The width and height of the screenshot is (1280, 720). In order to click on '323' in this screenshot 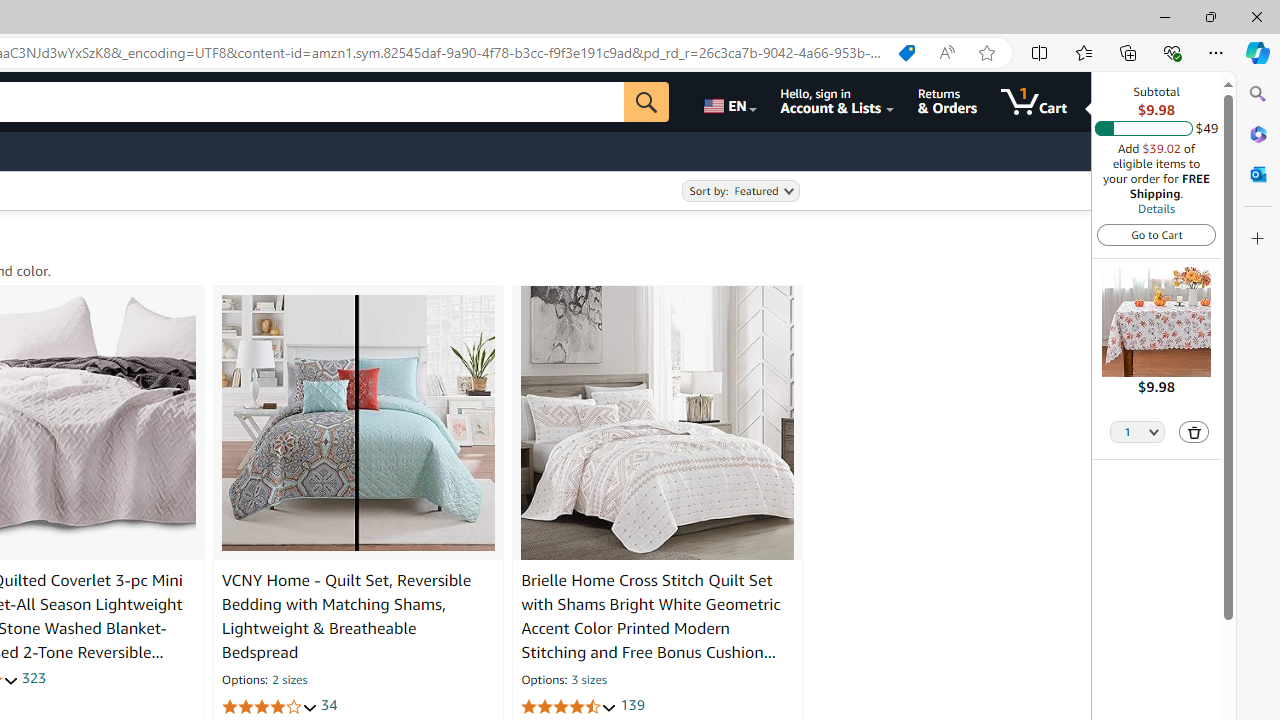, I will do `click(33, 677)`.